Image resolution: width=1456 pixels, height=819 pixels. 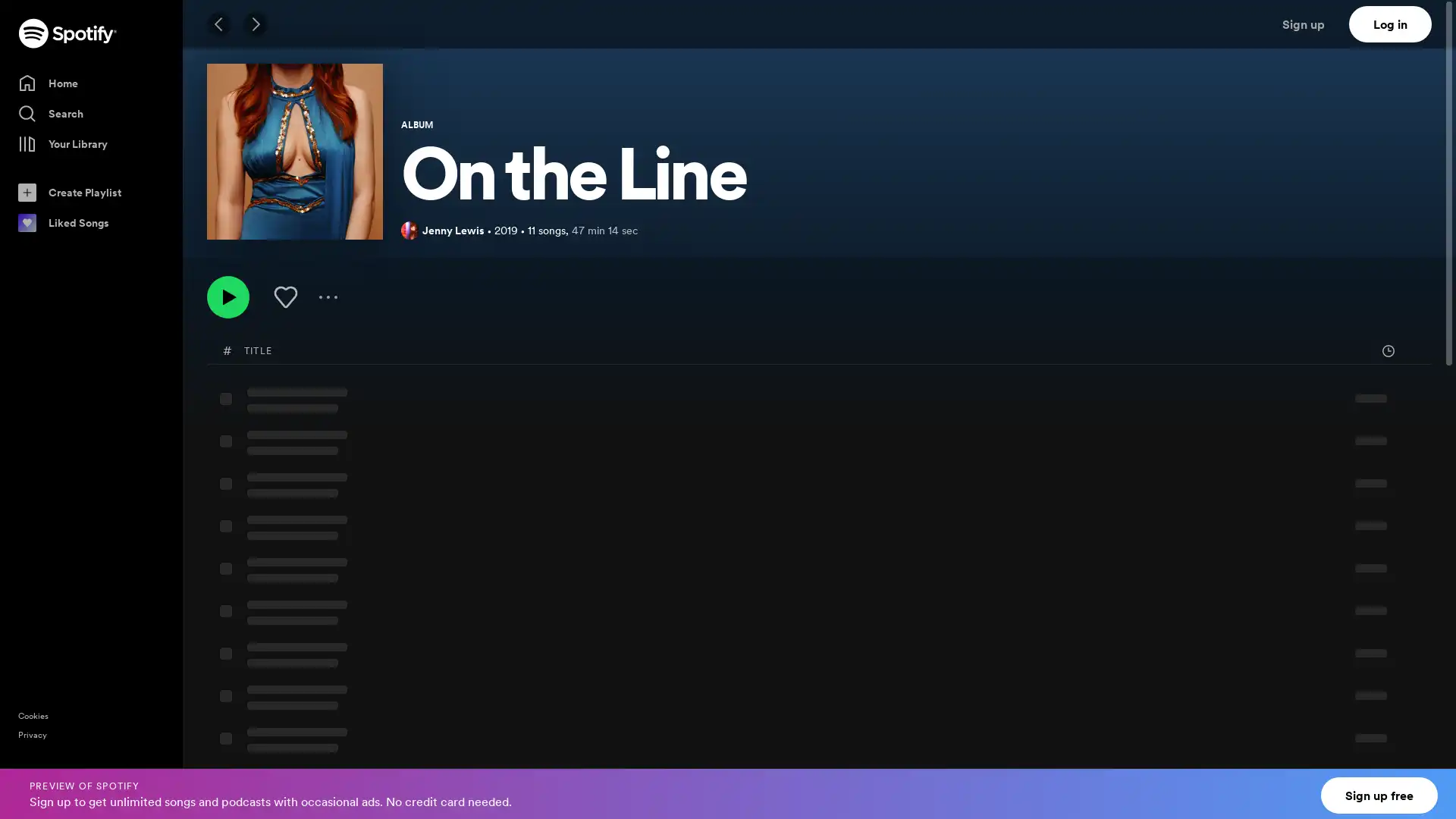 What do you see at coordinates (225, 738) in the screenshot?
I see `Play Taffy by Jenny Lewis` at bounding box center [225, 738].